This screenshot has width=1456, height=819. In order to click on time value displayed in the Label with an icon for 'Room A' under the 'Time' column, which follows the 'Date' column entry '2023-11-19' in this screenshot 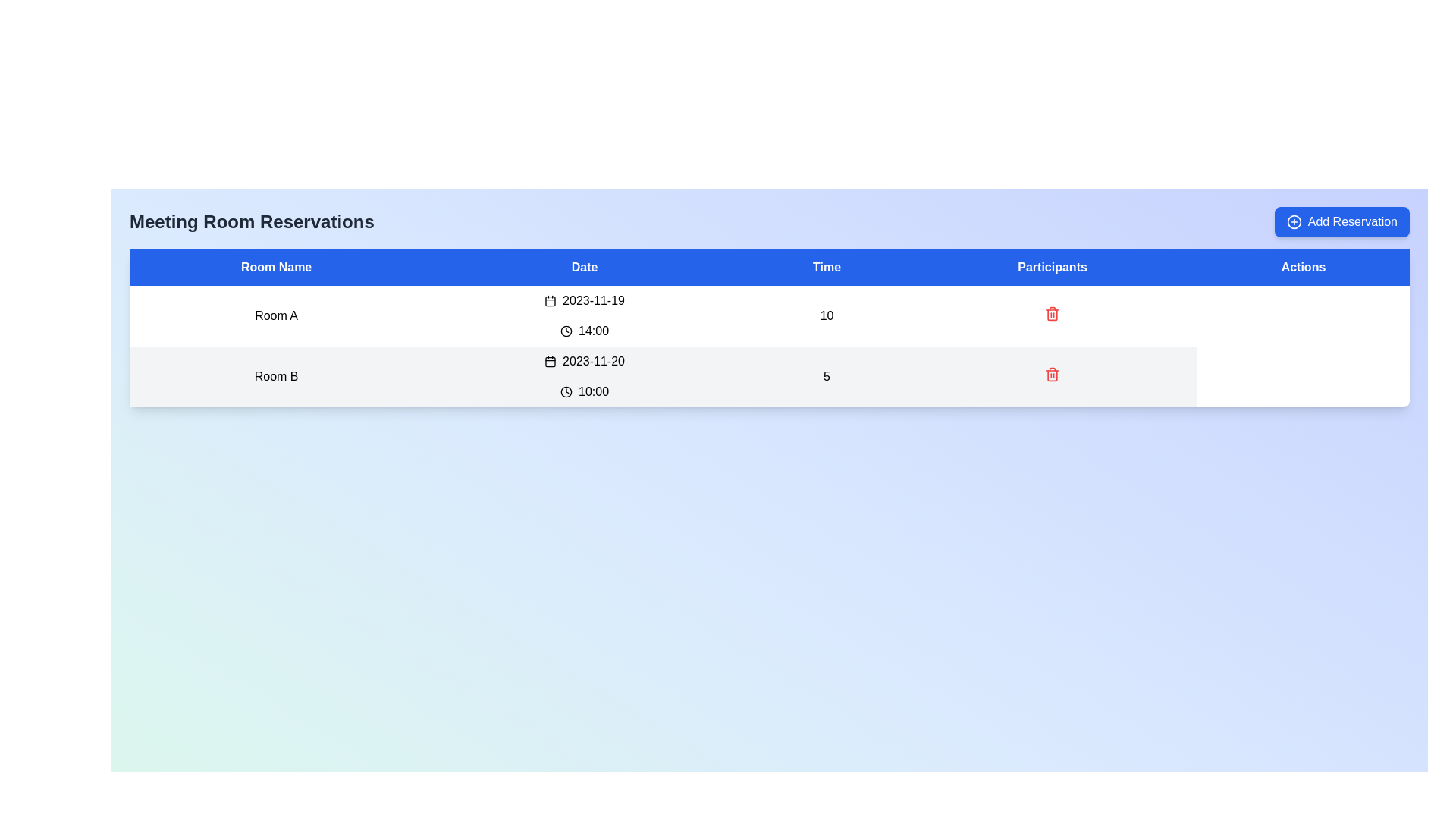, I will do `click(584, 330)`.